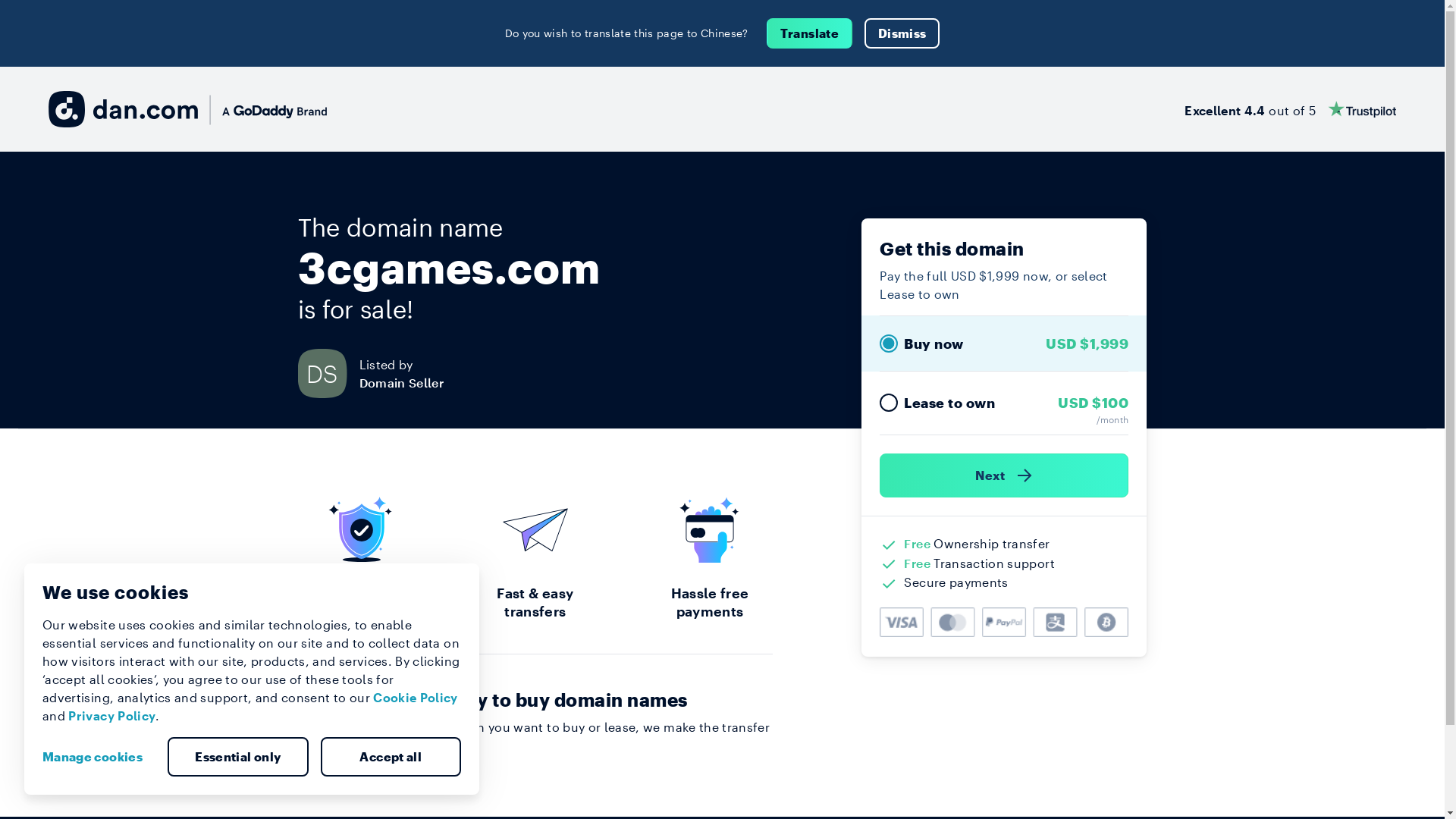  Describe the element at coordinates (902, 33) in the screenshot. I see `'Dismiss'` at that location.